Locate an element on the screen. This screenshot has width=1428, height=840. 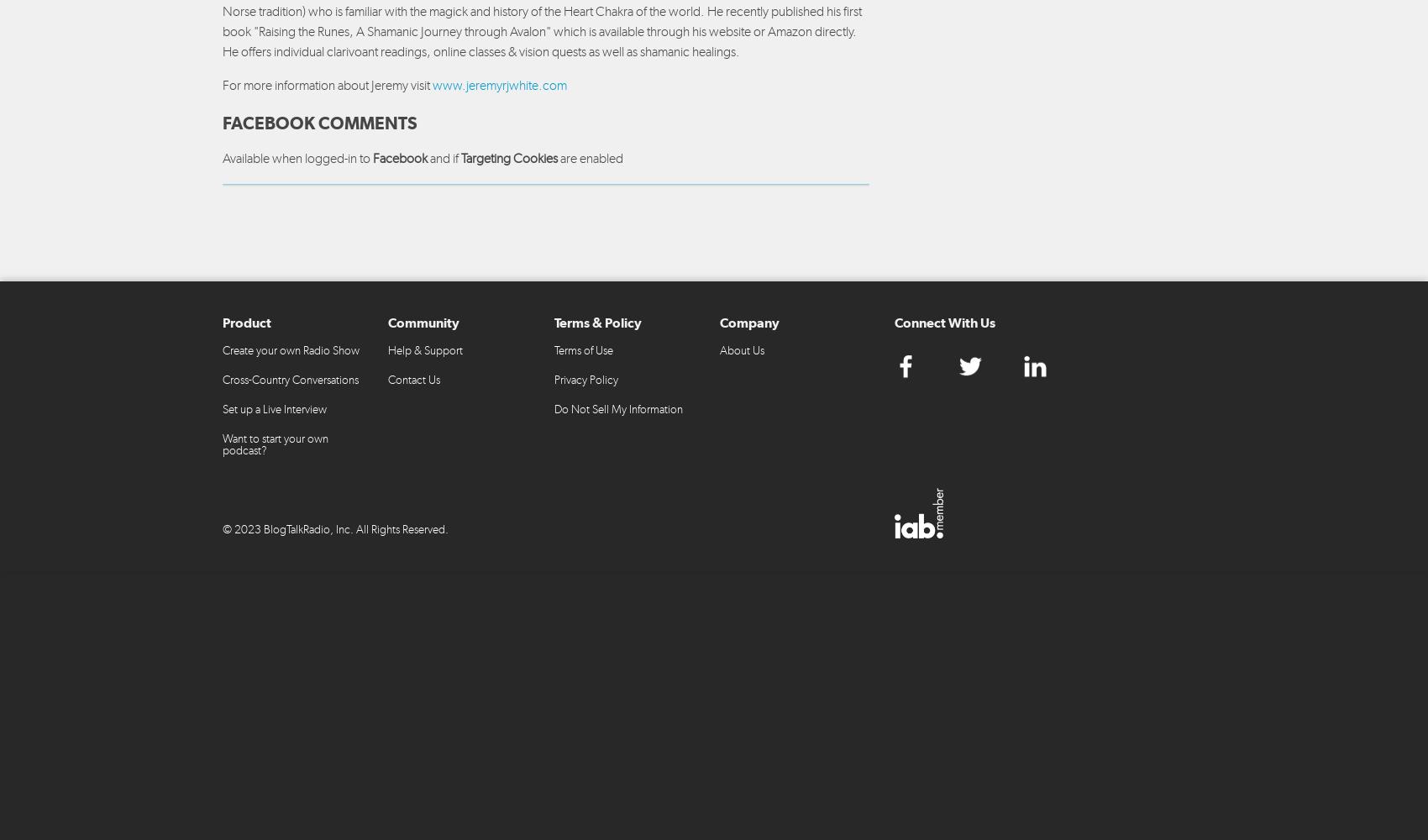
'Terms of Use' is located at coordinates (582, 349).